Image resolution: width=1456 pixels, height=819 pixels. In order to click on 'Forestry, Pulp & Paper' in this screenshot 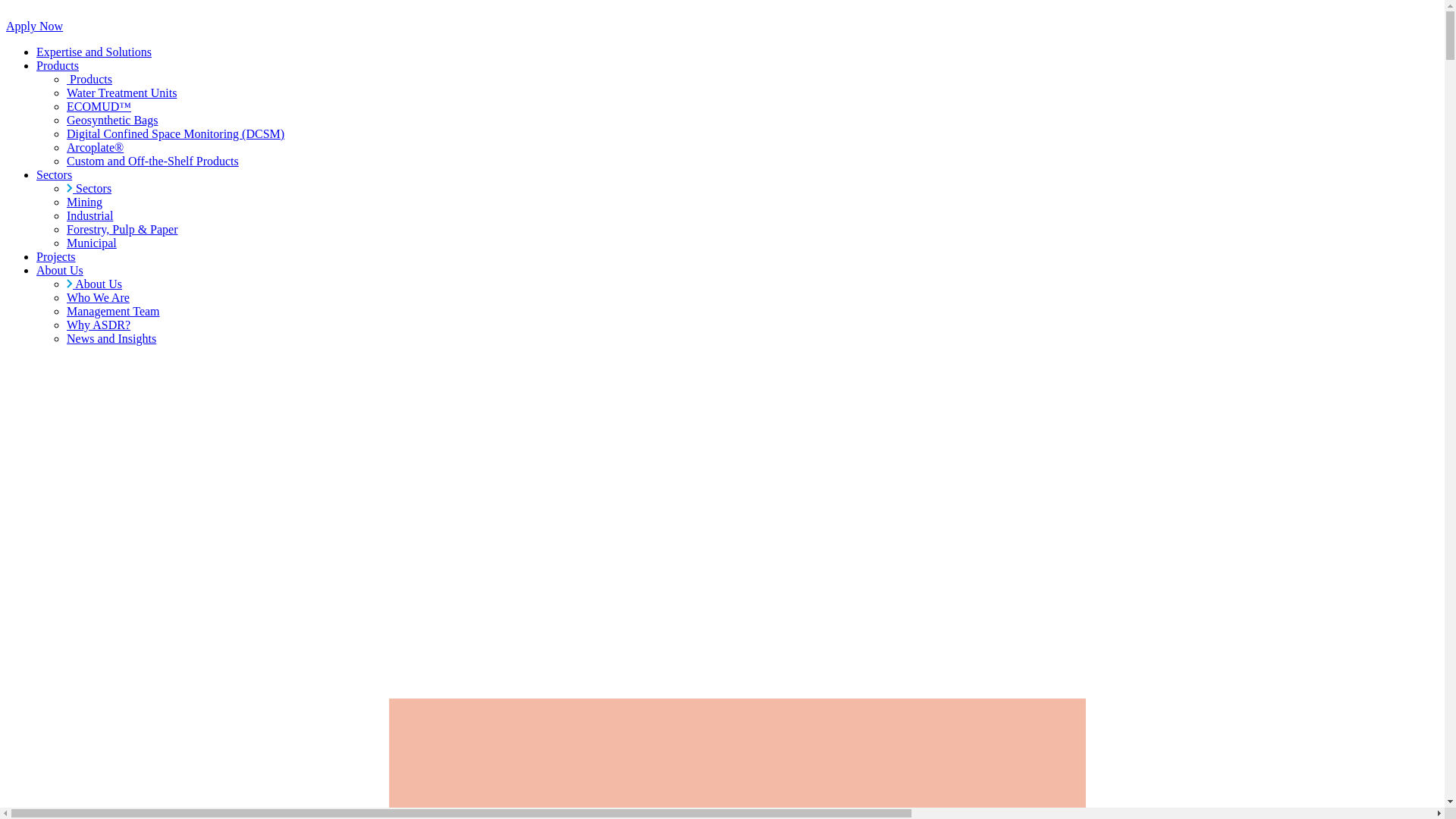, I will do `click(122, 229)`.